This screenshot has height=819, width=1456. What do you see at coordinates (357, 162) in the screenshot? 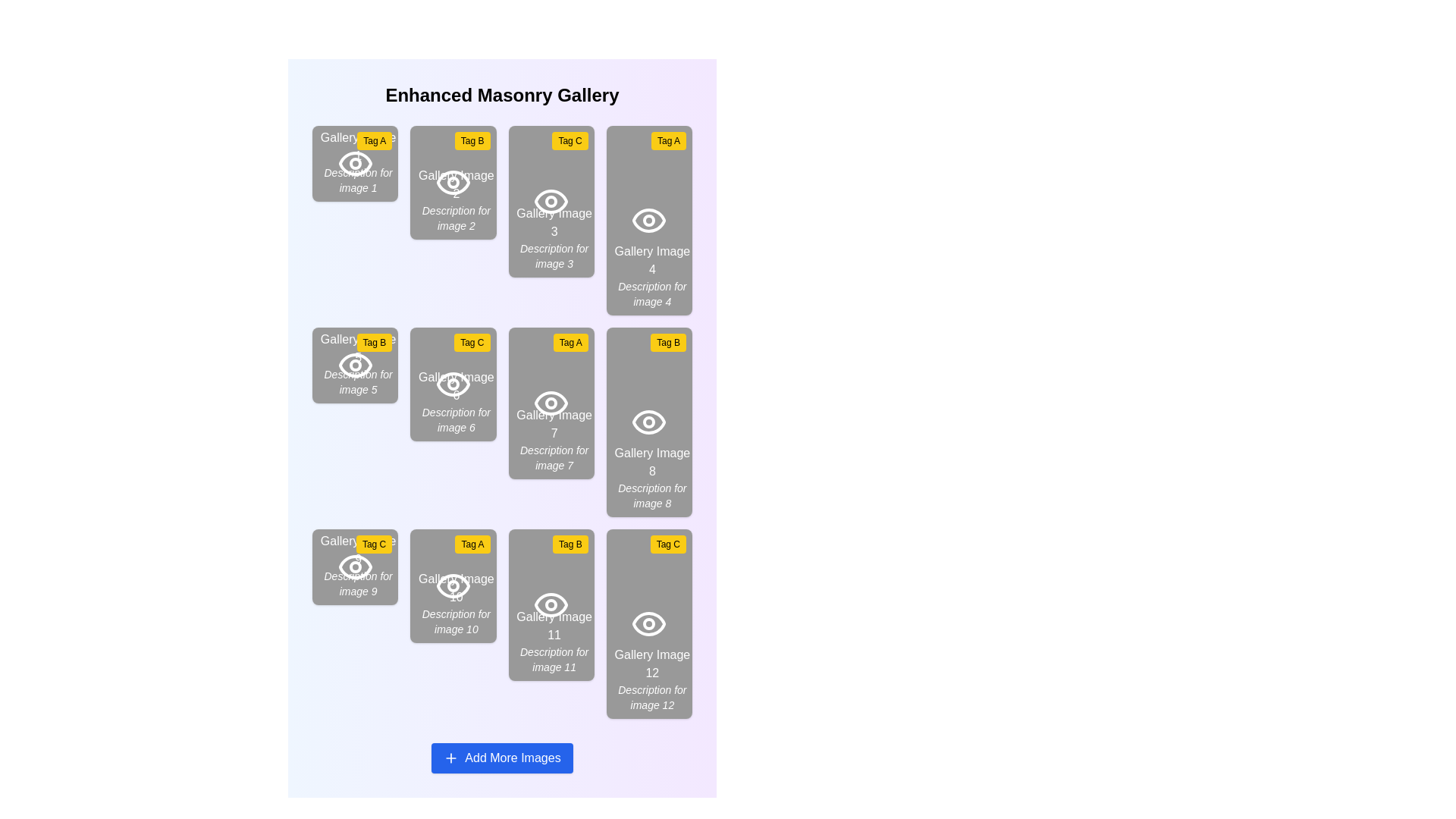
I see `descriptive text label located at the top-left corner of the image gallery grid, which identifies the purpose of the corresponding image` at bounding box center [357, 162].